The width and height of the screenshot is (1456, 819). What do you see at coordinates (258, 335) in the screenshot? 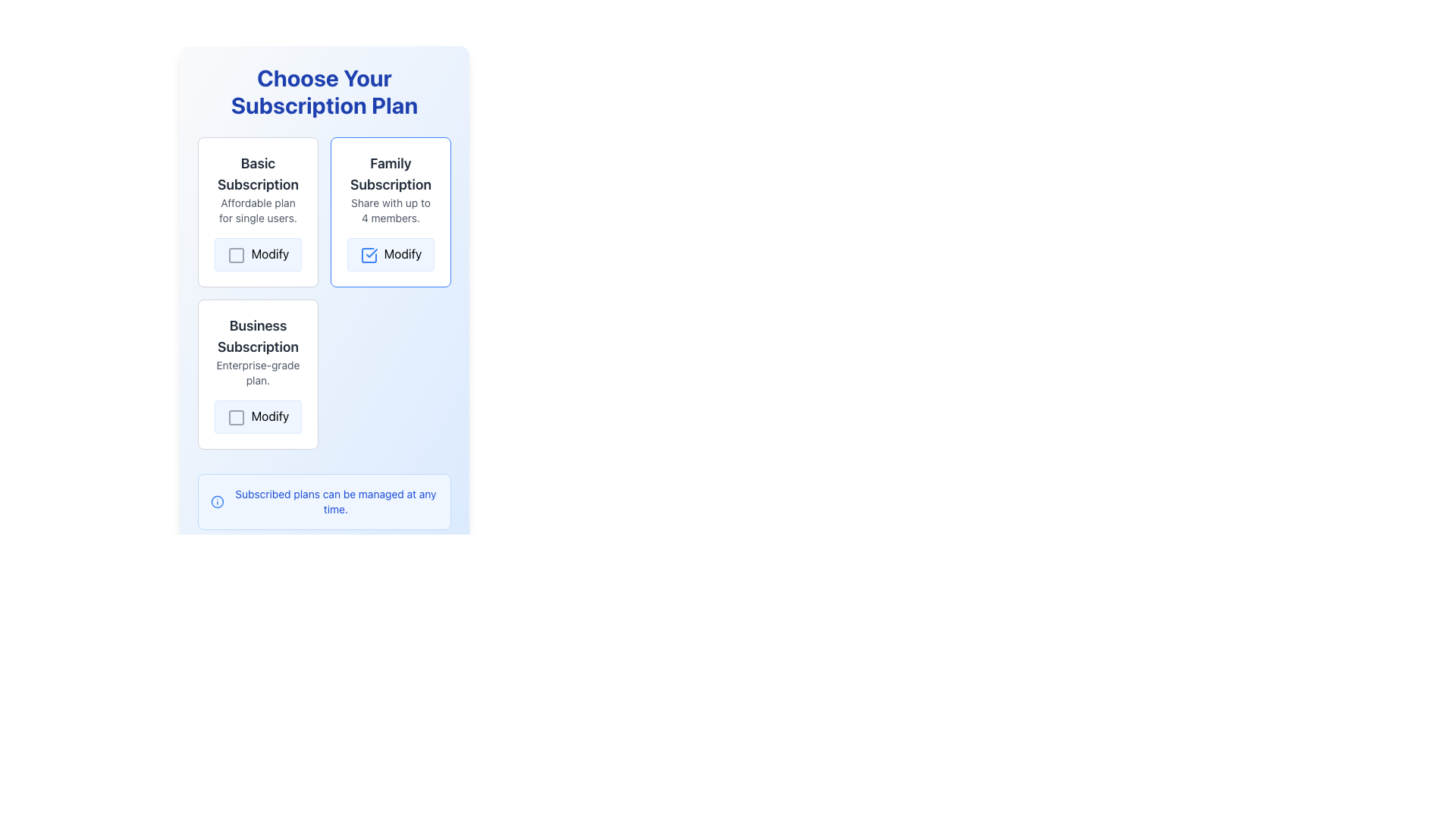
I see `the text label that reads 'Business Subscription', which is styled in a medium-size bold font and is positioned at the top of the third option card under 'Choose Your Subscription Plan'` at bounding box center [258, 335].